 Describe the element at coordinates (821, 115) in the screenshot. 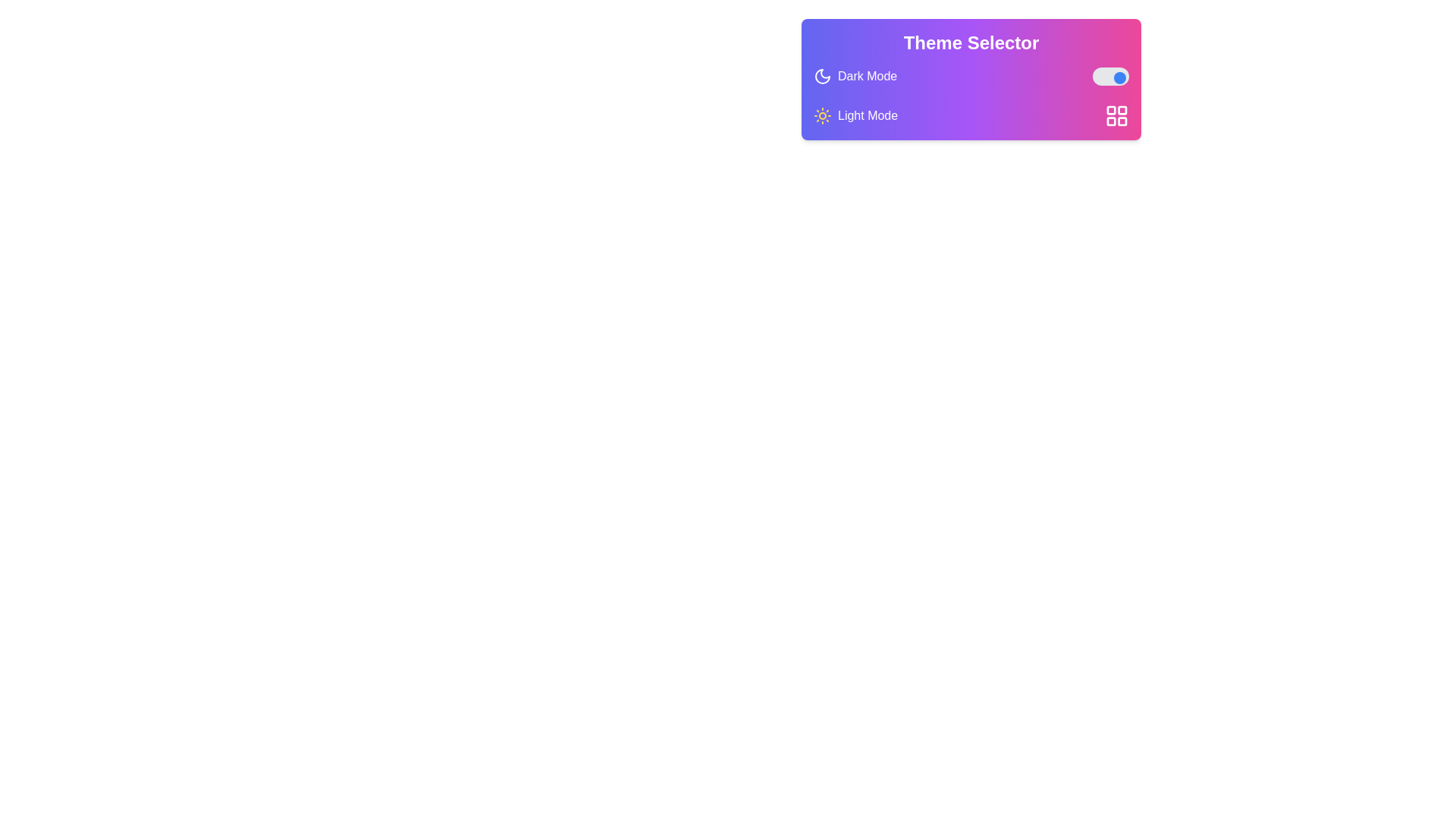

I see `the 'Light Mode' icon located inside the 'Theme Selector' section, positioned to the left of the 'Light Mode' label` at that location.